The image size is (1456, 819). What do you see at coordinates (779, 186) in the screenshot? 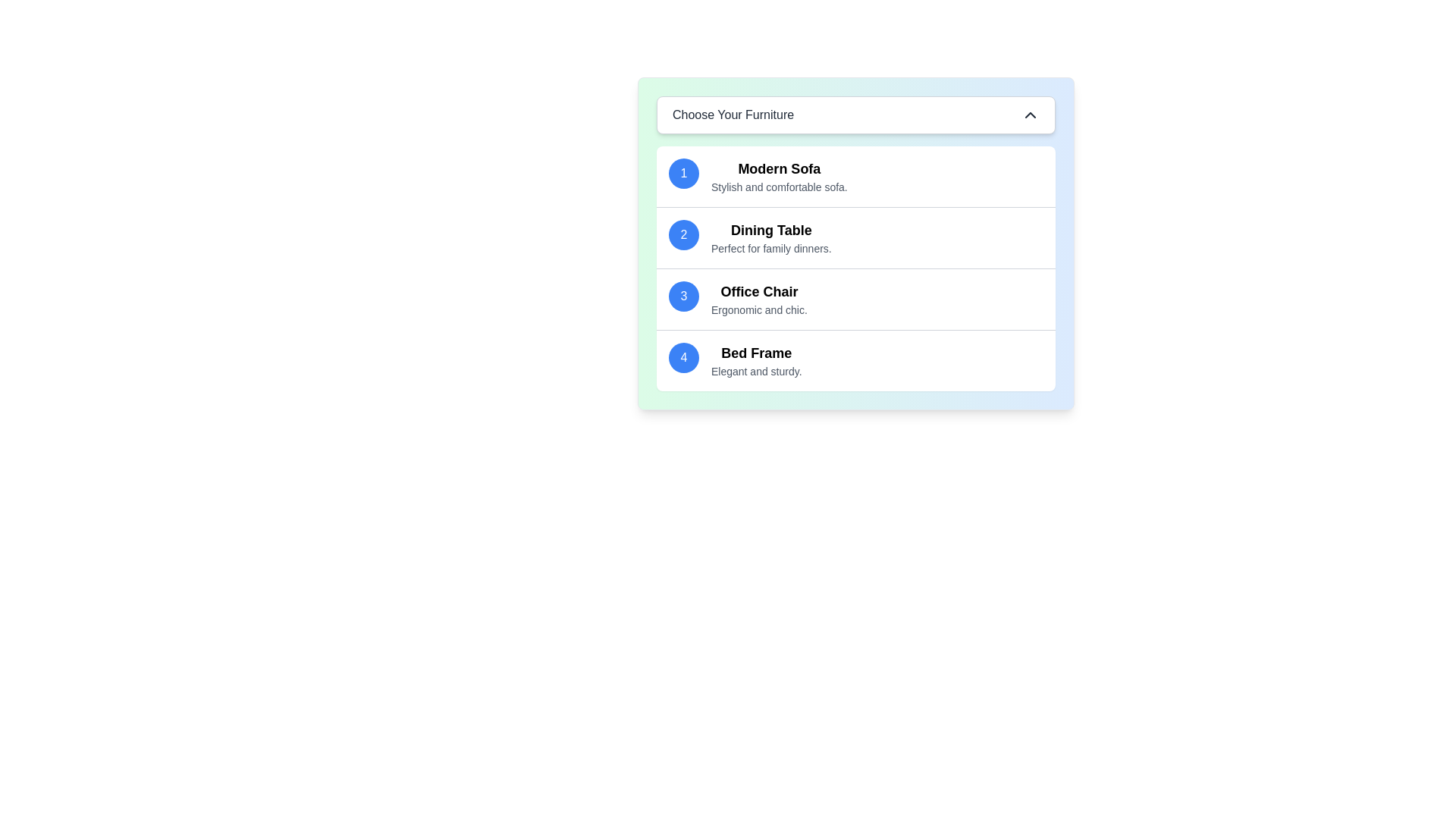
I see `the static text element that reads 'Stylish and comfortable sofa.', which is styled in small gray font and located beneath the bold text 'Modern Sofa.'` at bounding box center [779, 186].